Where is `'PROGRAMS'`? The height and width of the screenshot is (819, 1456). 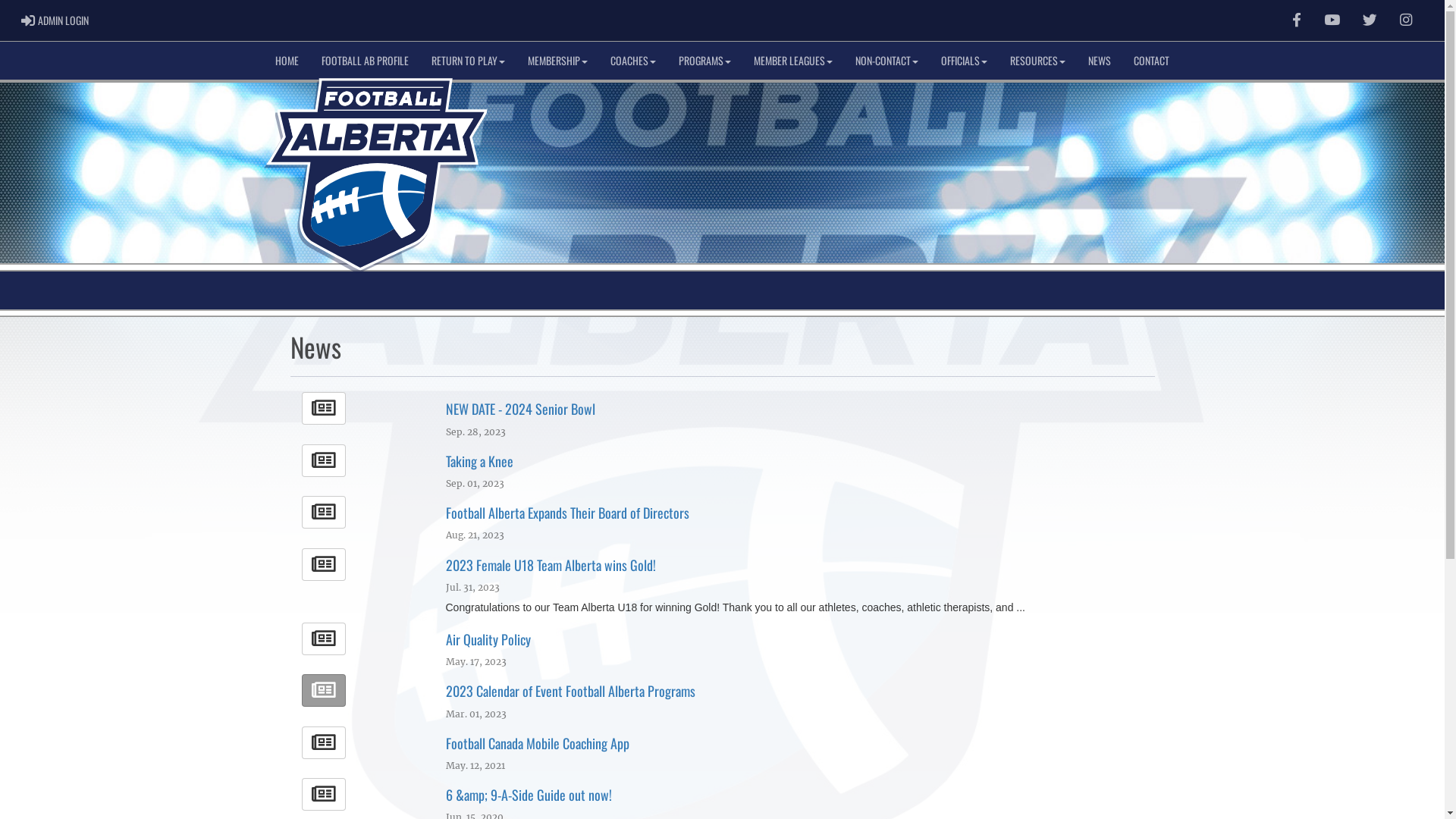 'PROGRAMS' is located at coordinates (667, 60).